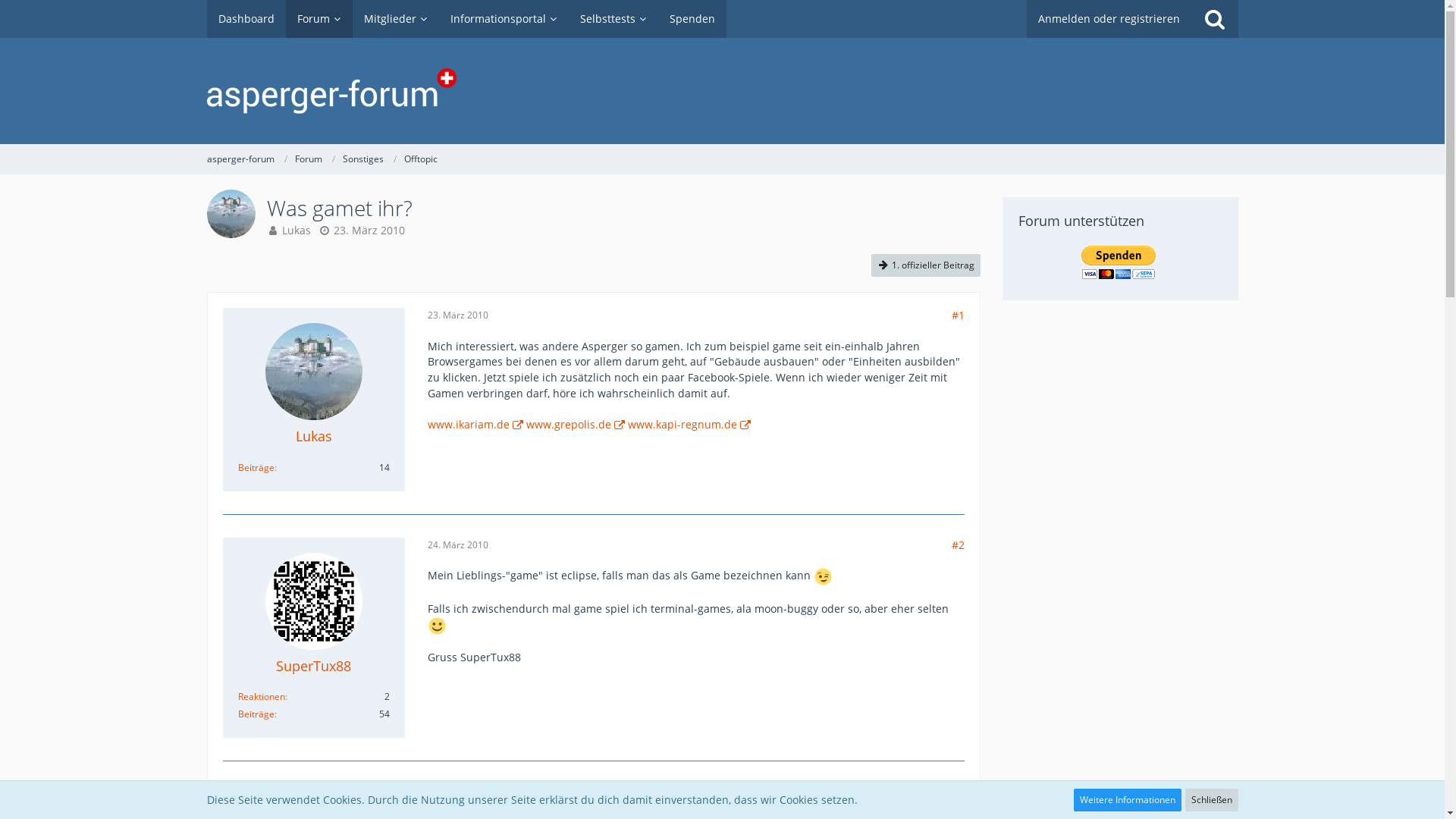 The width and height of the screenshot is (1456, 819). What do you see at coordinates (956, 314) in the screenshot?
I see `'#1'` at bounding box center [956, 314].